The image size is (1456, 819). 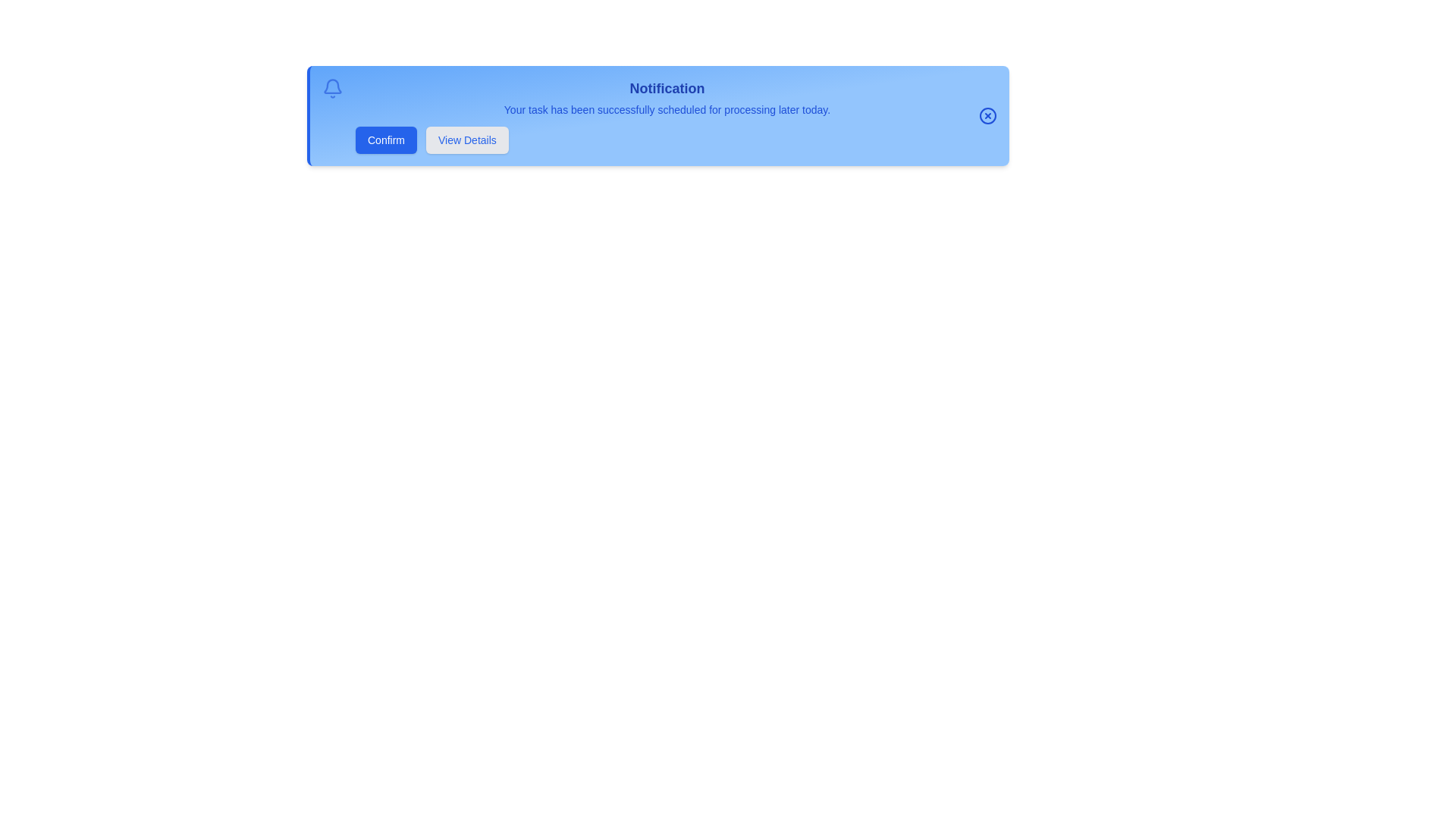 I want to click on close button (X icon) to dismiss the alert, so click(x=987, y=115).